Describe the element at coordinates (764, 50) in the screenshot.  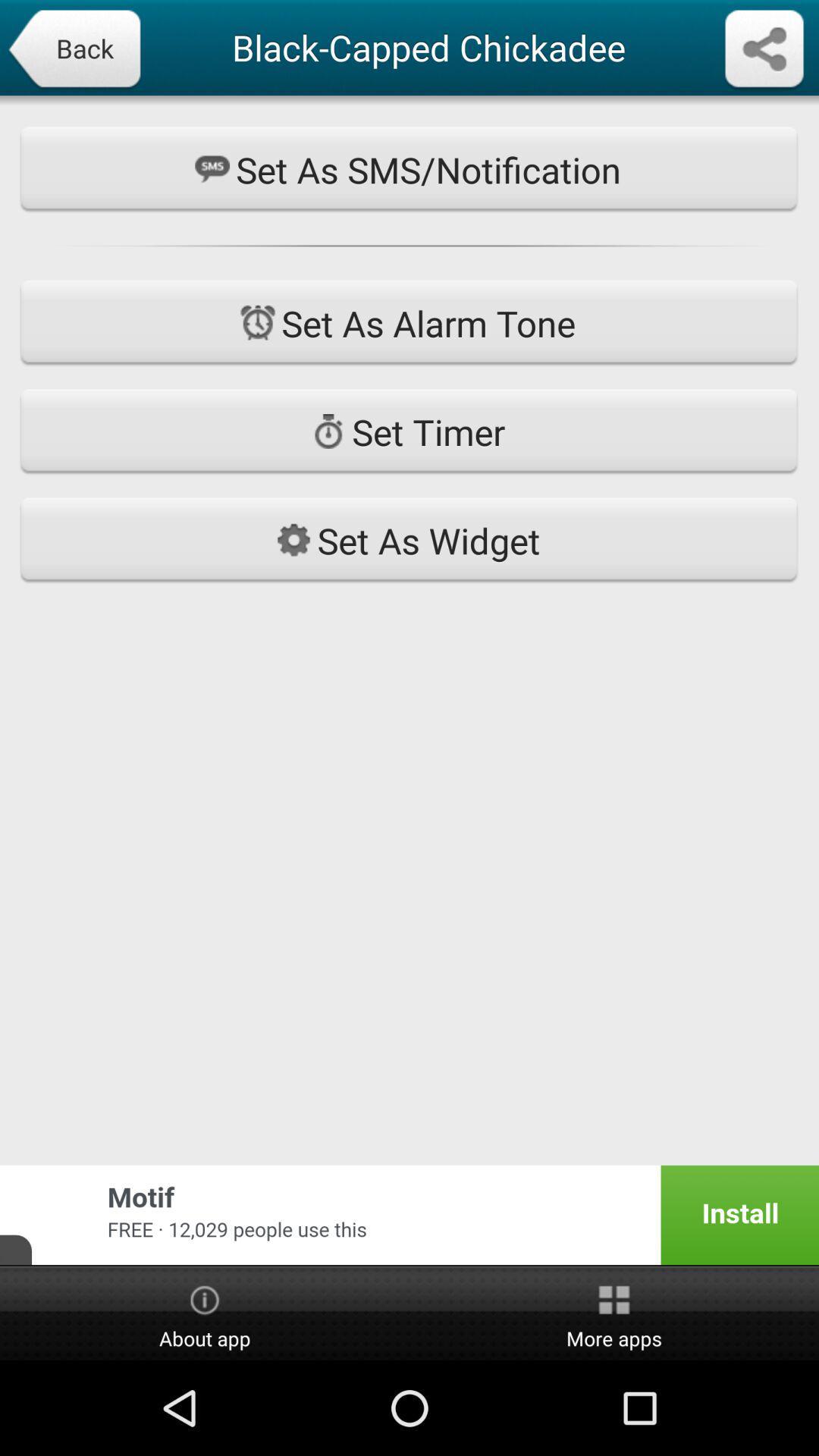
I see `the item next to black-capped chickadee` at that location.